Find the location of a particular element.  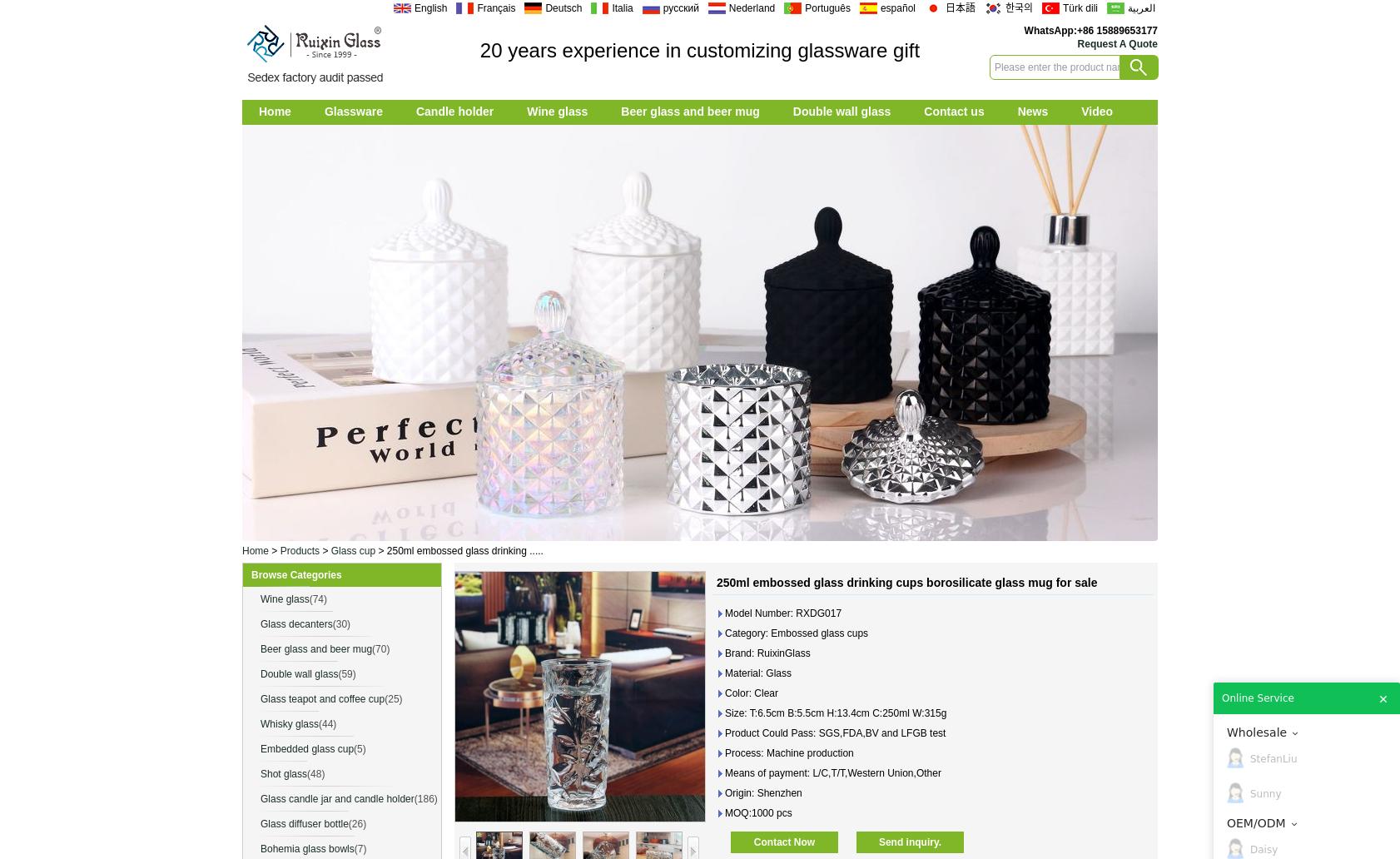

'Contact us' is located at coordinates (952, 110).